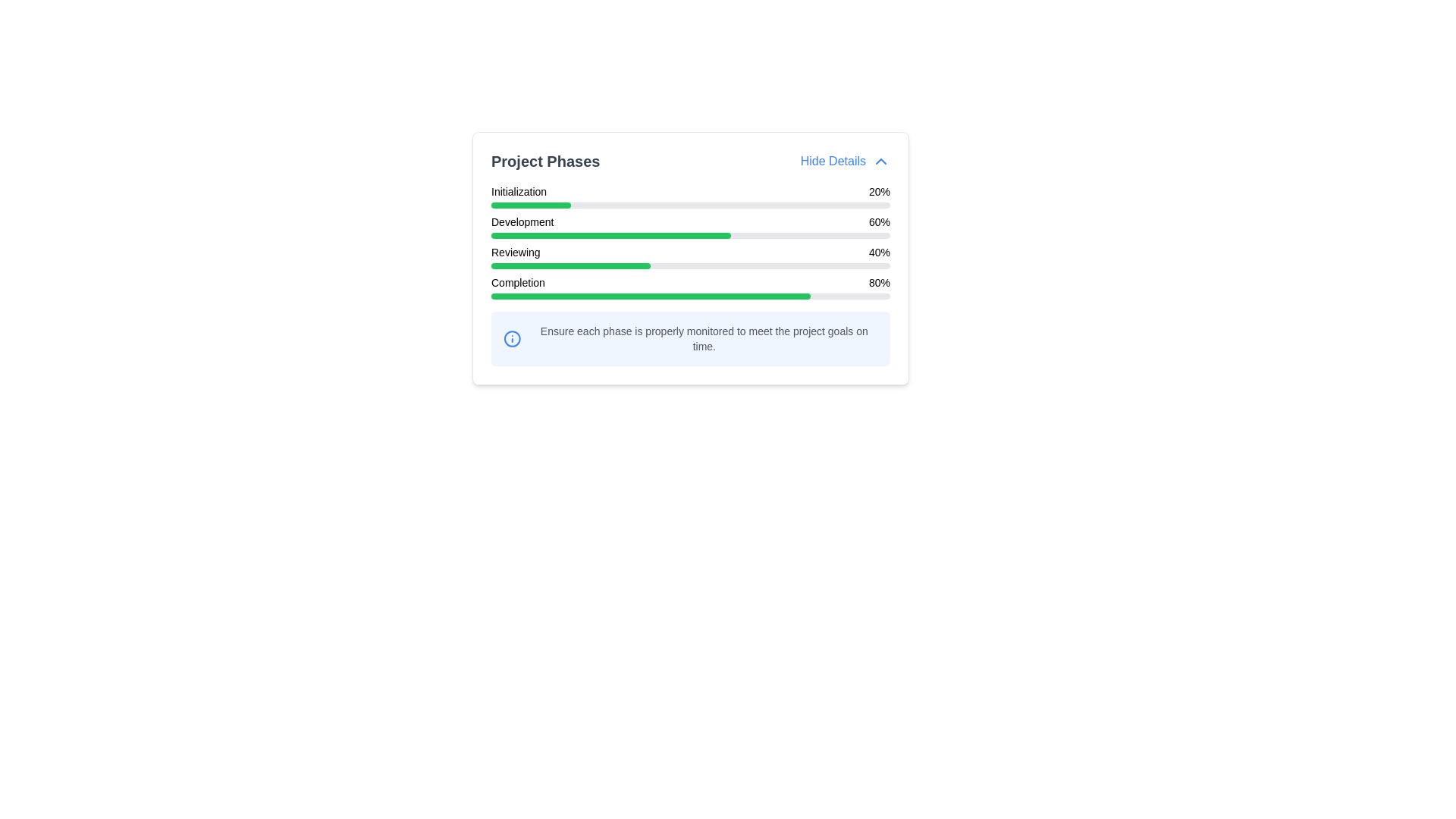 This screenshot has height=819, width=1456. I want to click on the Progress bar which displays the completion progress at 80%, positioned as the last of four progress bars under the 'Reviewing' progress bar, so click(690, 287).